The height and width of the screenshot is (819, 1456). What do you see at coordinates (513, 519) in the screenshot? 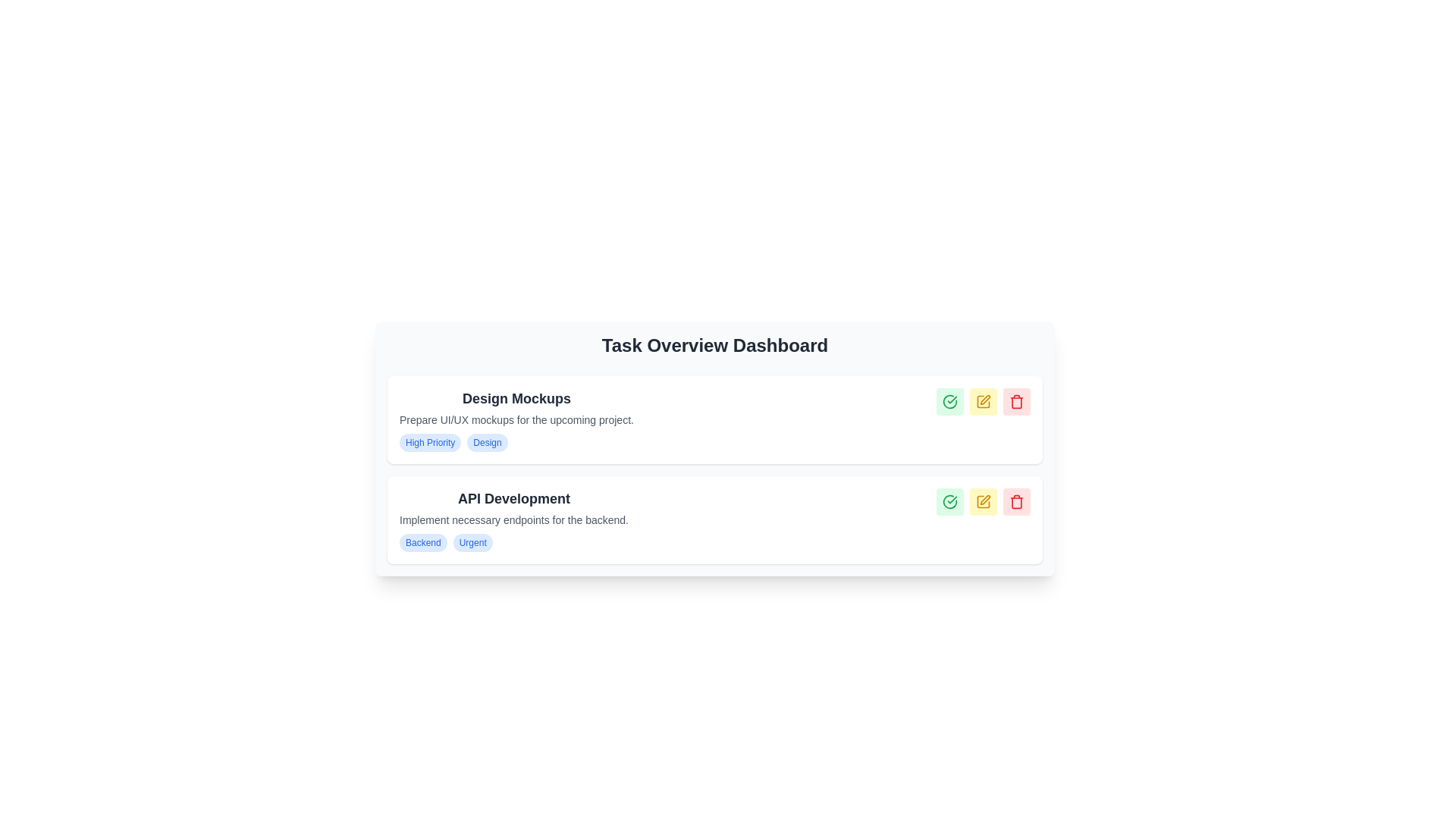
I see `the composite textual information block summarizing a task located in the second task slot below the 'Design Mockups' card on the dashboard` at bounding box center [513, 519].